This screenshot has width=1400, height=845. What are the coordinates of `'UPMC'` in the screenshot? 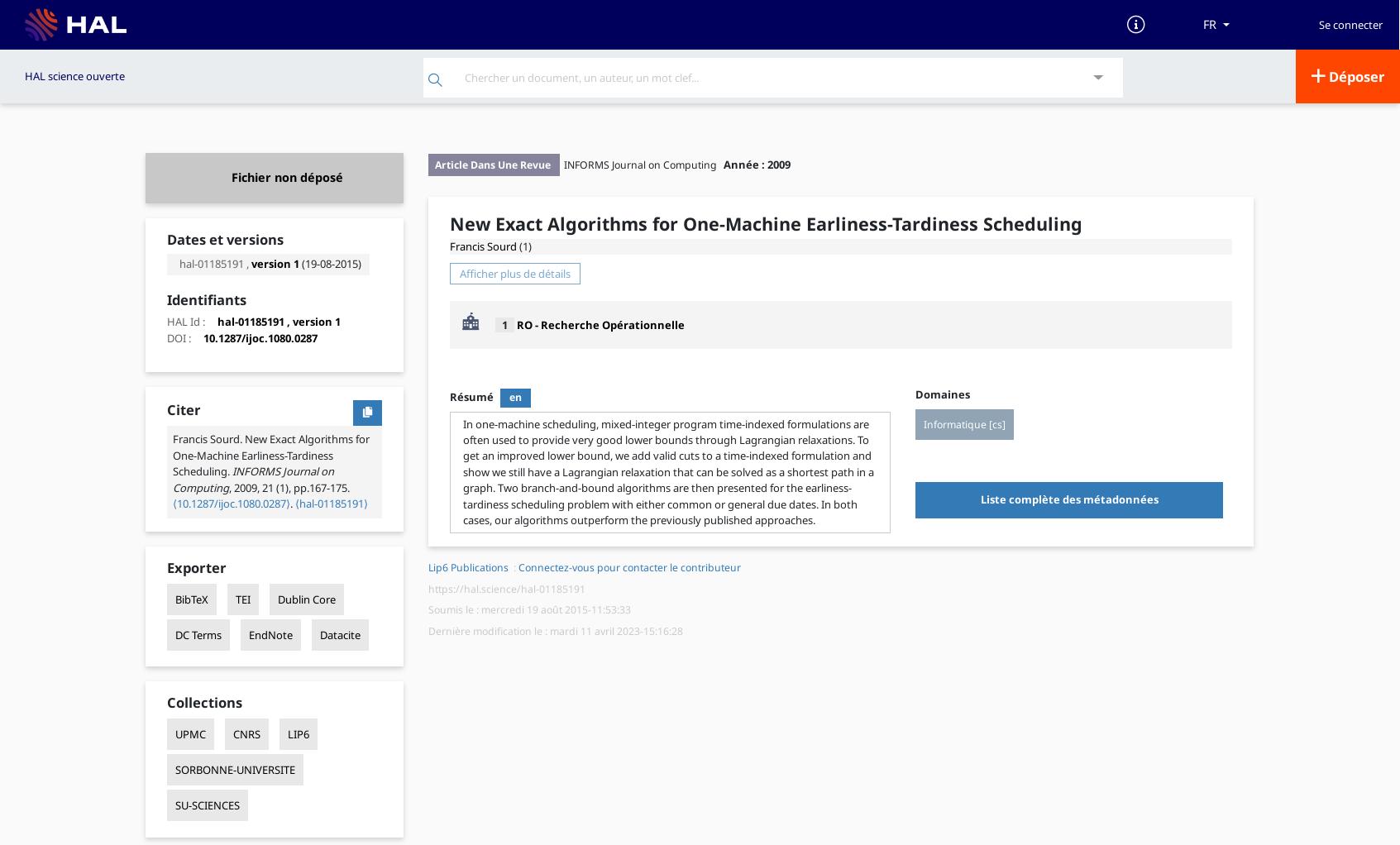 It's located at (189, 733).